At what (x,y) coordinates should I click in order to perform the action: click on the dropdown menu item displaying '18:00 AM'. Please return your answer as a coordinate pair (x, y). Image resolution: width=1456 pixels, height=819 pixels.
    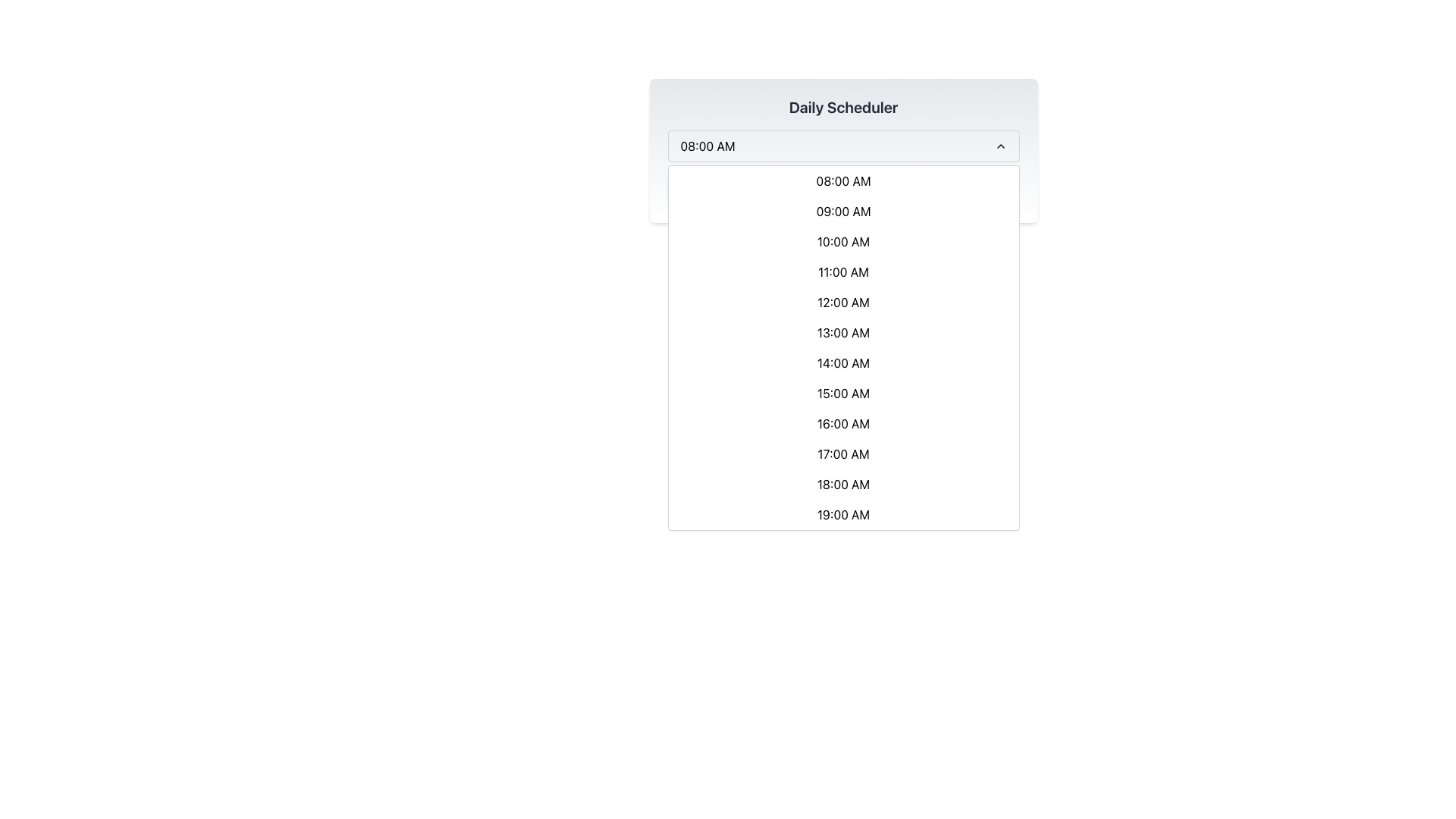
    Looking at the image, I should click on (843, 485).